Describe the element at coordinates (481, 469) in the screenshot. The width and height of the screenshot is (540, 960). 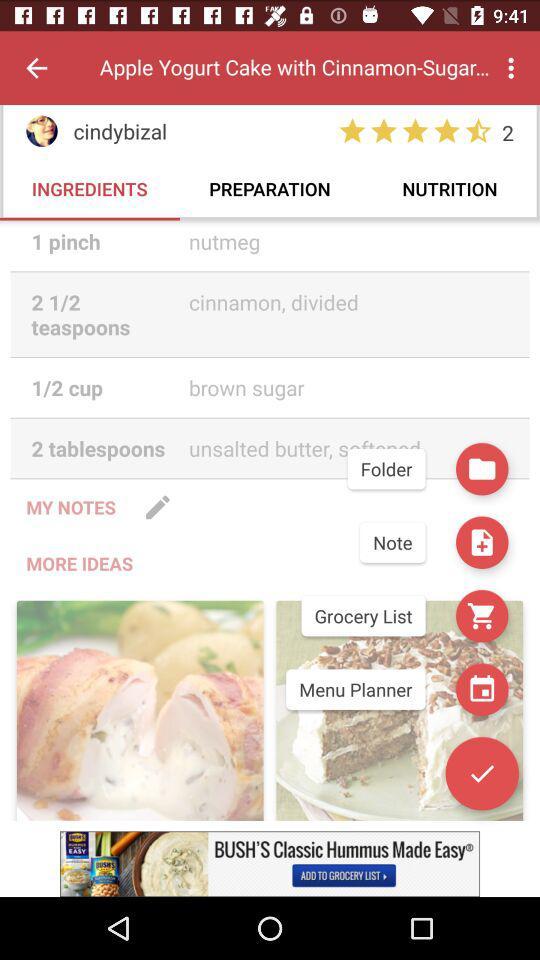
I see `the folder icon` at that location.